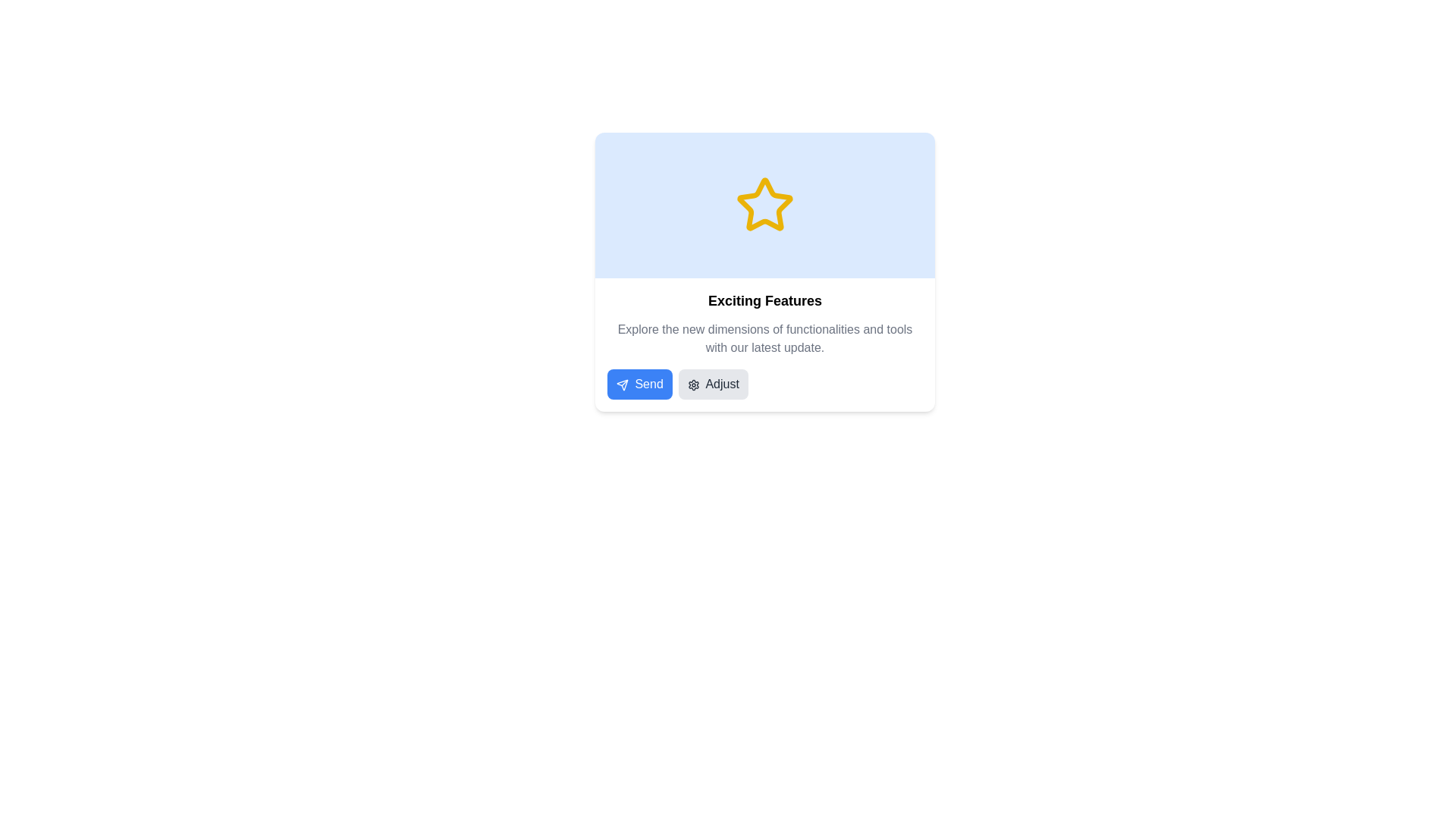  What do you see at coordinates (692, 384) in the screenshot?
I see `the gear icon button located to the left of the text 'Adjust' in the gray button at the center bottom of the 'Exciting Features' card` at bounding box center [692, 384].